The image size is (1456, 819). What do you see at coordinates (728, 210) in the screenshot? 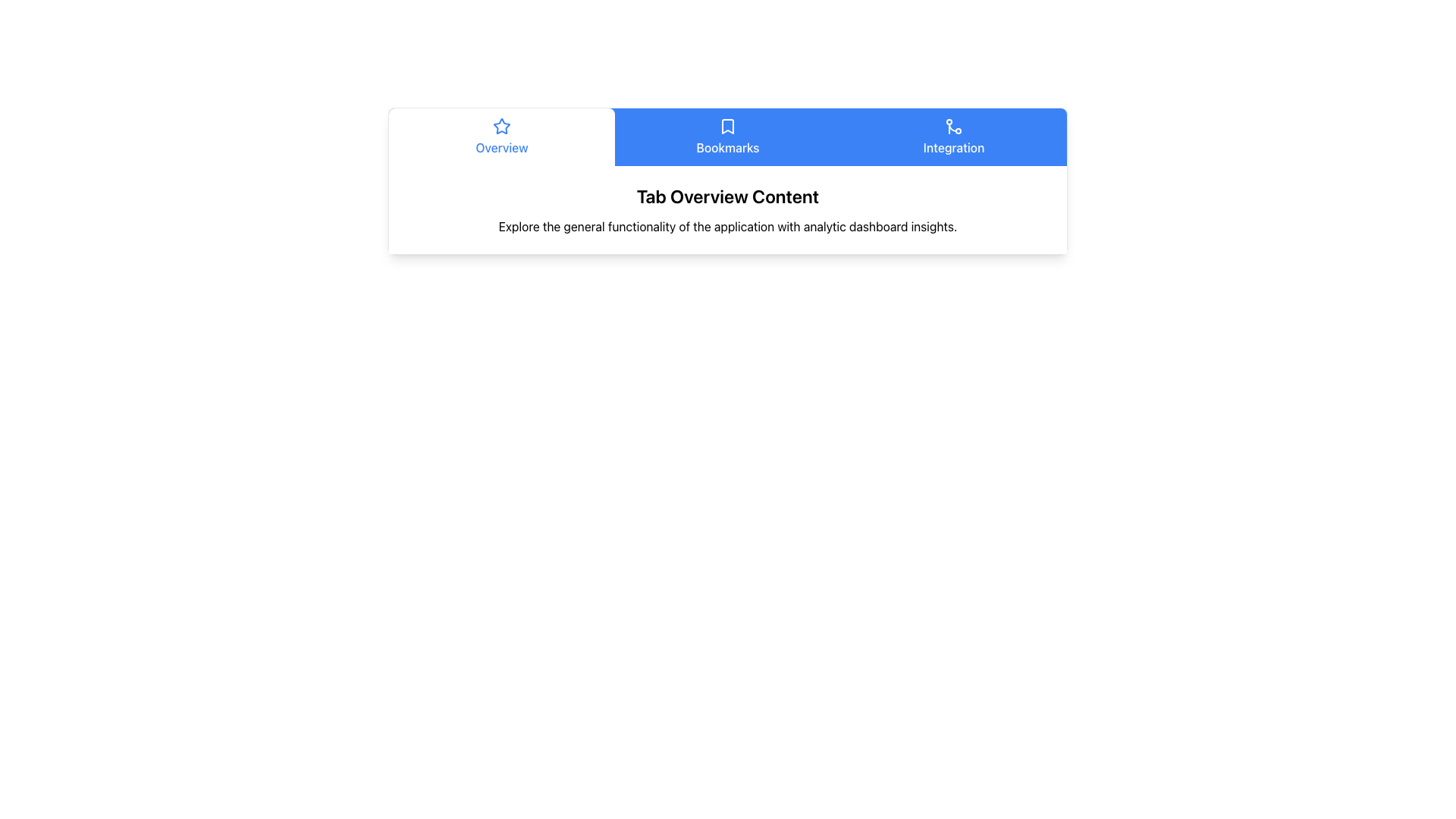
I see `the Informational Panel titled 'Tab Overview Content'` at bounding box center [728, 210].